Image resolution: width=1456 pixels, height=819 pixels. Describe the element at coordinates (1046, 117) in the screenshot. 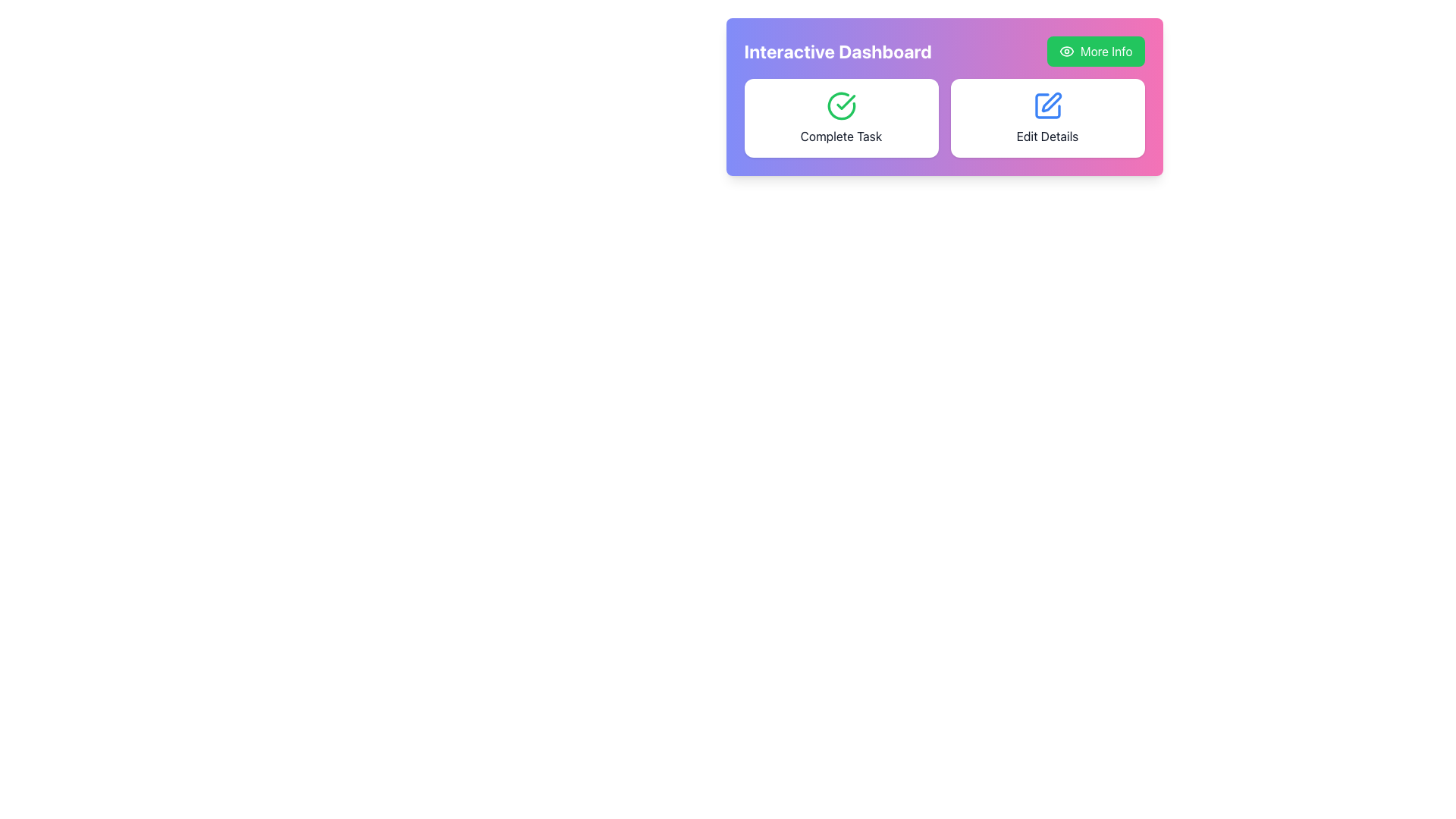

I see `the button labeled 'Edit Details' located in the second card of the two-column grid under the 'Interactive Dashboard' section` at that location.